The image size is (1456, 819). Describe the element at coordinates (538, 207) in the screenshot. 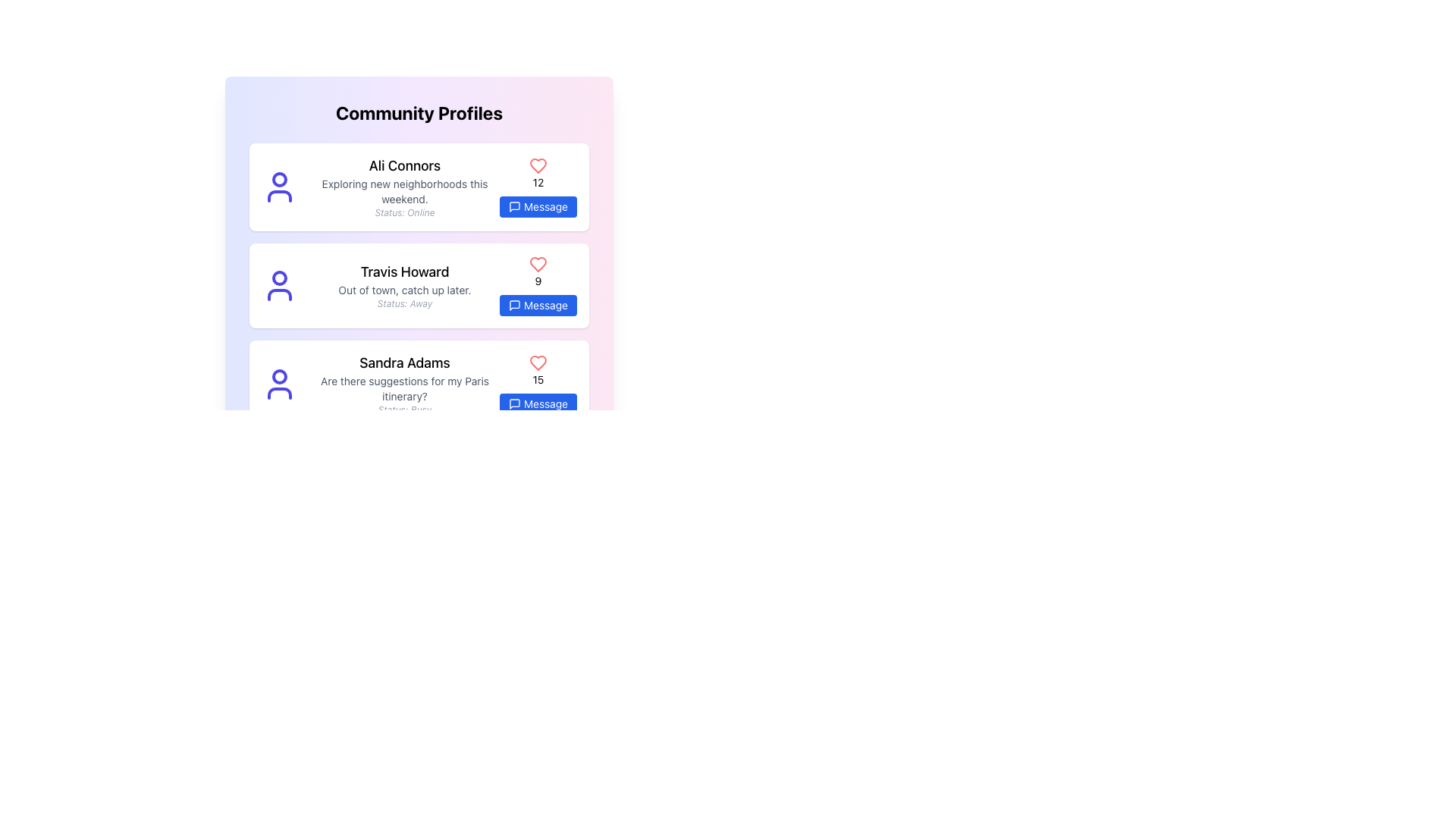

I see `the 'Message' button located at the bottom right corner of the profile card, which has a blue background, white text, and a chat bubble icon` at that location.